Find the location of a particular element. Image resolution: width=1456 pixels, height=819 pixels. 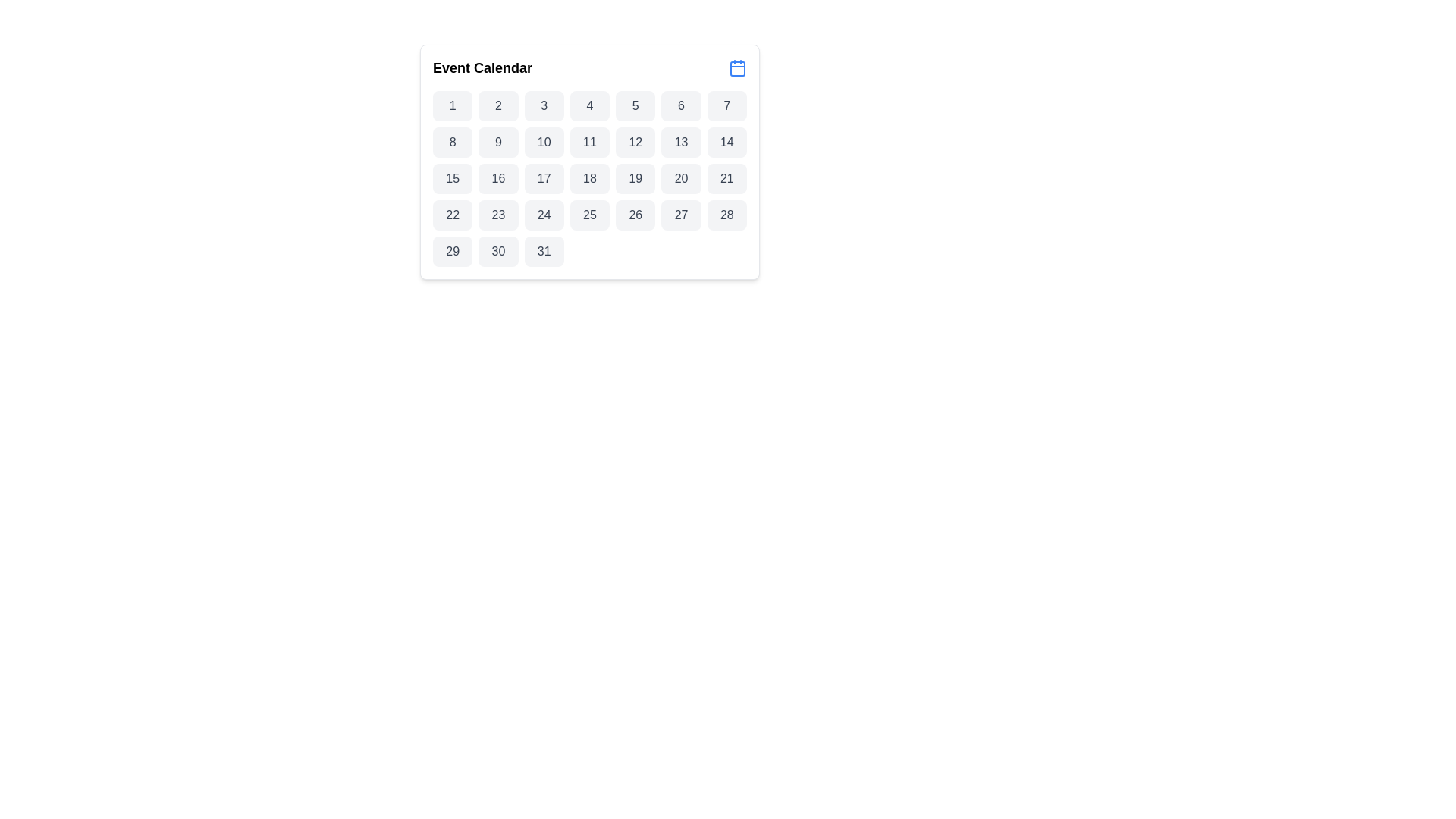

the rounded rectangular button labeled '2' in the calendar grid is located at coordinates (498, 105).